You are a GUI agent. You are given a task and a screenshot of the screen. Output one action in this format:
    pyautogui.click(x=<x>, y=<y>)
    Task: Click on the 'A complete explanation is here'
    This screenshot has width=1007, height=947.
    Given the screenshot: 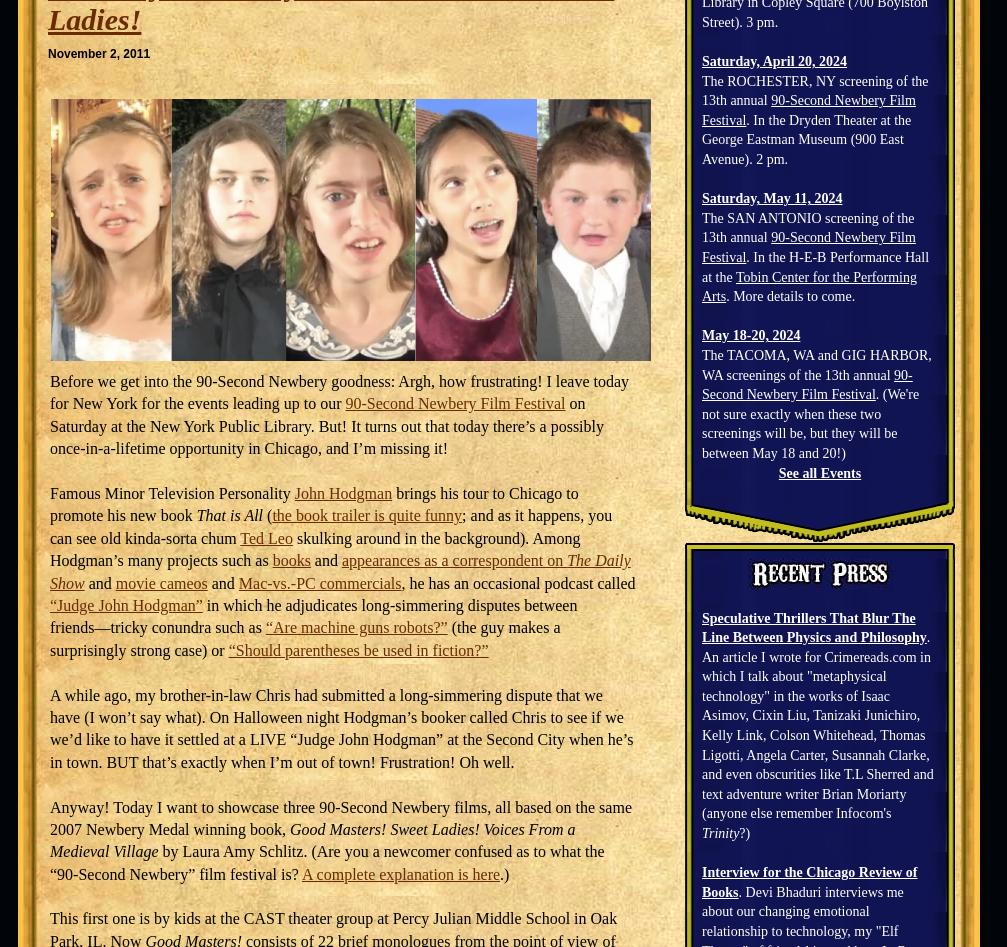 What is the action you would take?
    pyautogui.click(x=300, y=872)
    